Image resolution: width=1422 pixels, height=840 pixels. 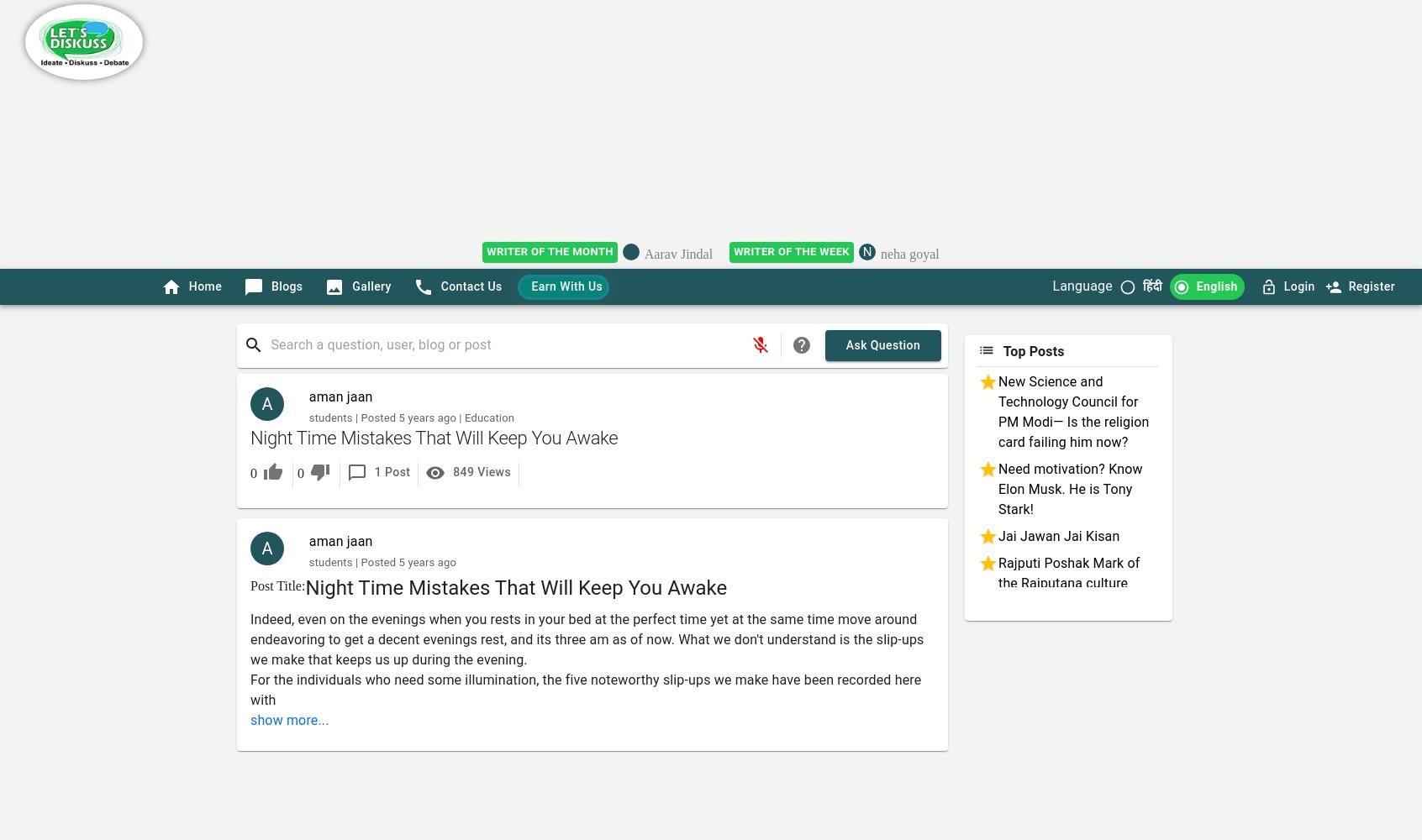 I want to click on 'Indeed, even on the evenings when you rests in your bed at the perfect time yet at the same time move around endeavoring to get a decent evenings rest, and its three am as of now. What we don't understand is the slip-ups we make that keeps us up during the evening.', so click(x=587, y=639).